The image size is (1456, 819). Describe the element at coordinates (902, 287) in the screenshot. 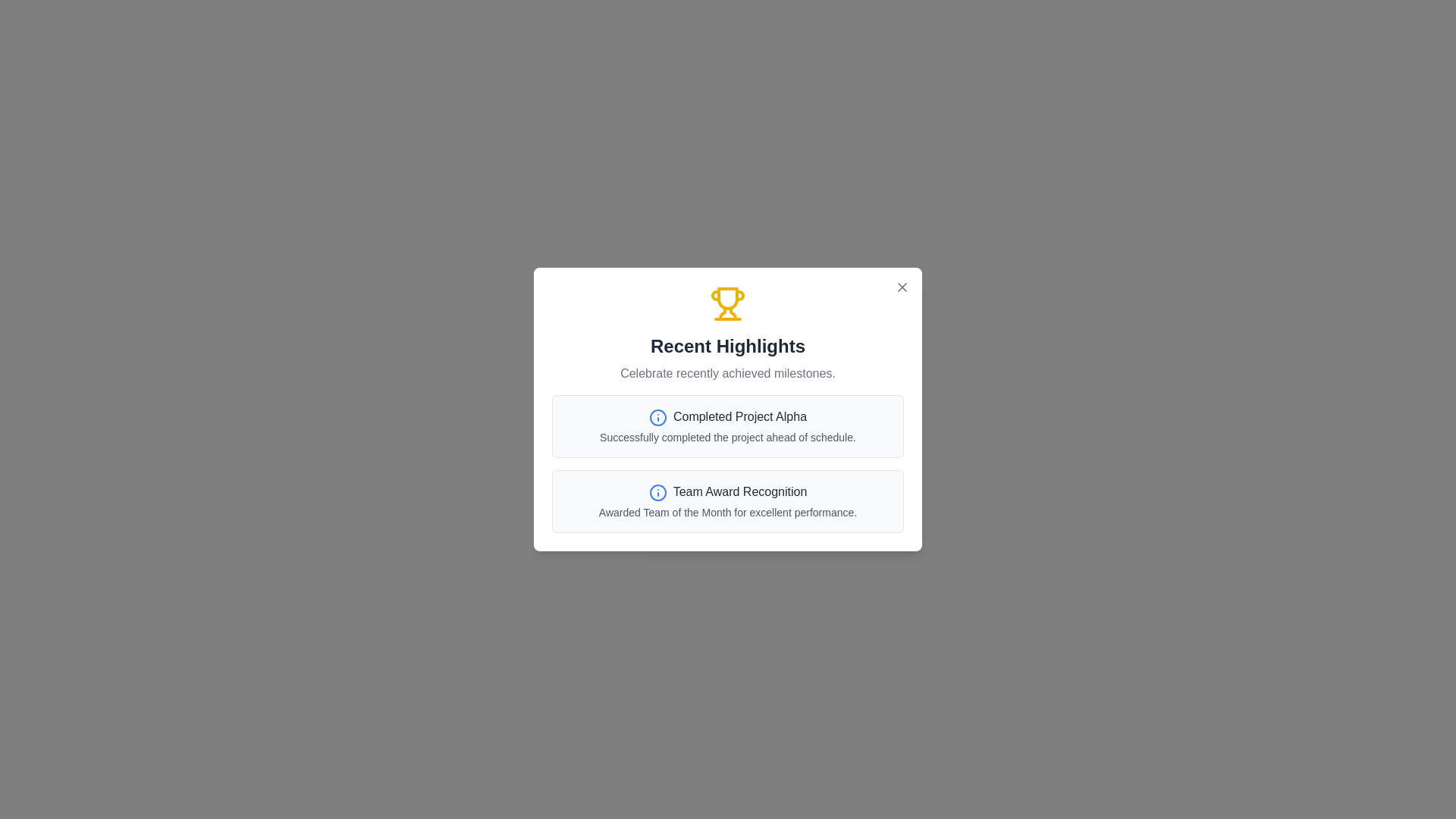

I see `the close button located in the top-right corner of the dialog box` at that location.